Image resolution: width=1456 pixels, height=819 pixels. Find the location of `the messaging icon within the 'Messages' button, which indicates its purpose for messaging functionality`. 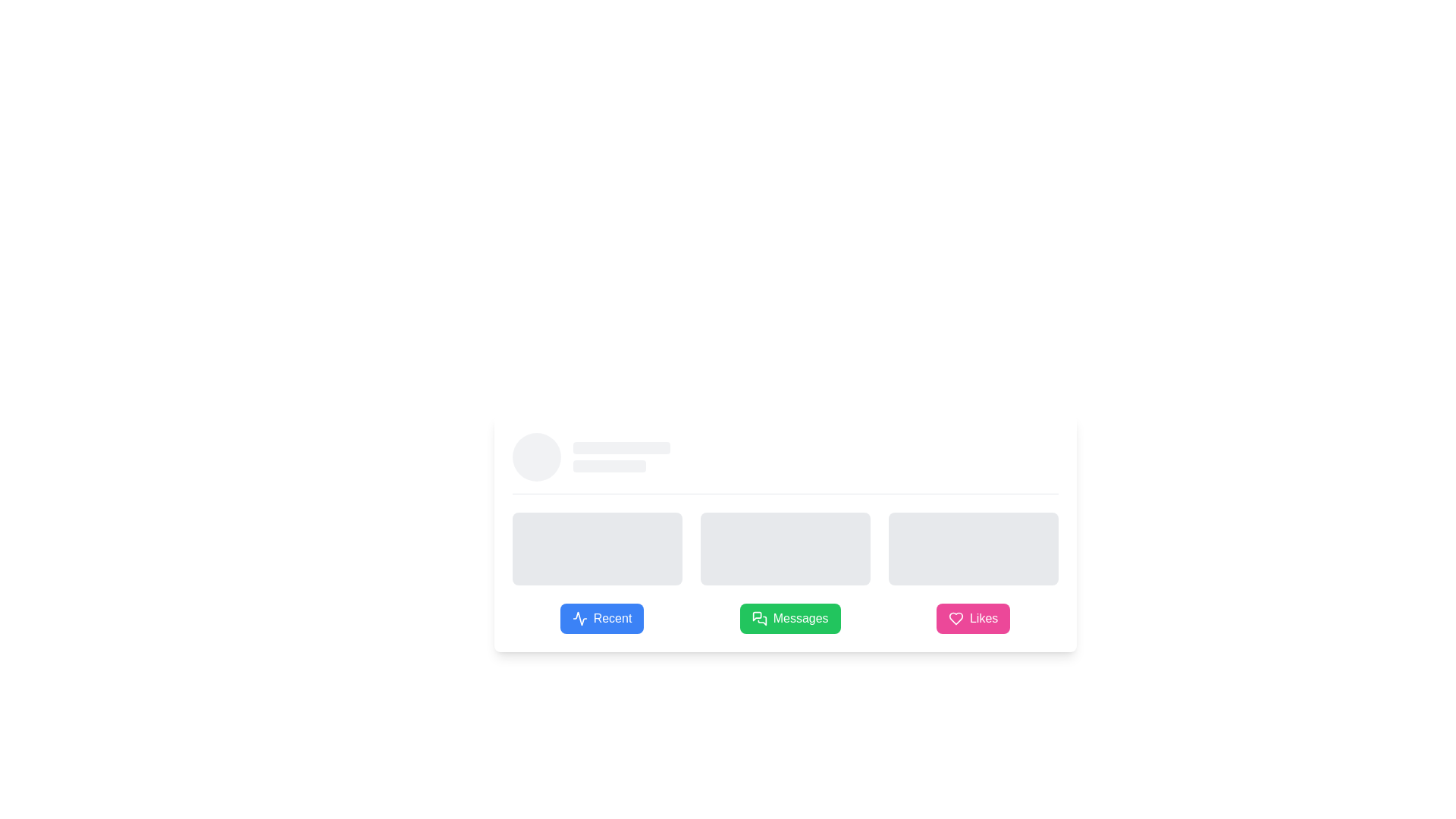

the messaging icon within the 'Messages' button, which indicates its purpose for messaging functionality is located at coordinates (757, 617).